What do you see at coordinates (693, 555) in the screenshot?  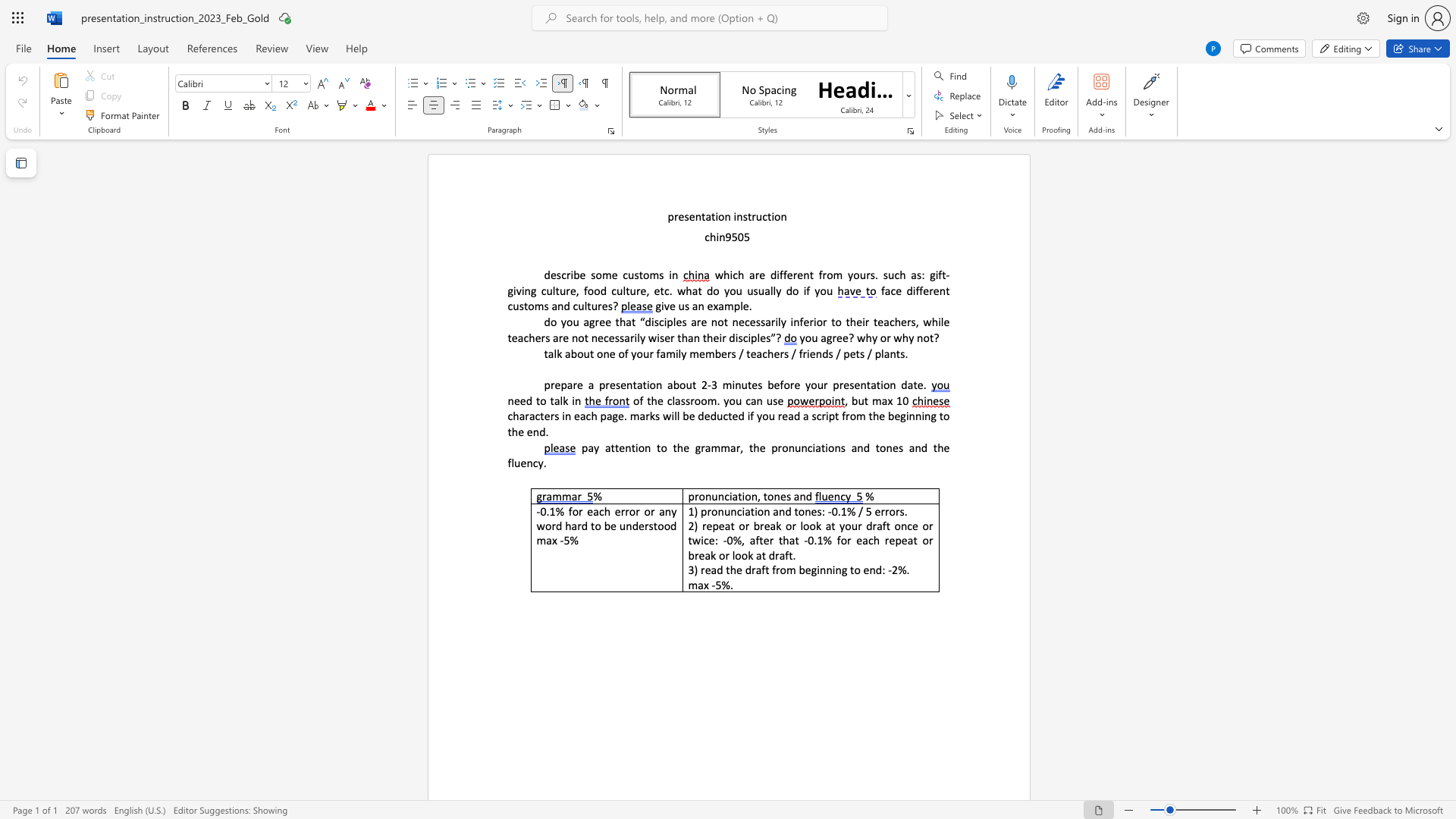 I see `the subset text "reak or look a" within the text "2) repeat or break or look at your draft once or twice: -0%, after that -0.1% for each repeat or break or look at draft."` at bounding box center [693, 555].